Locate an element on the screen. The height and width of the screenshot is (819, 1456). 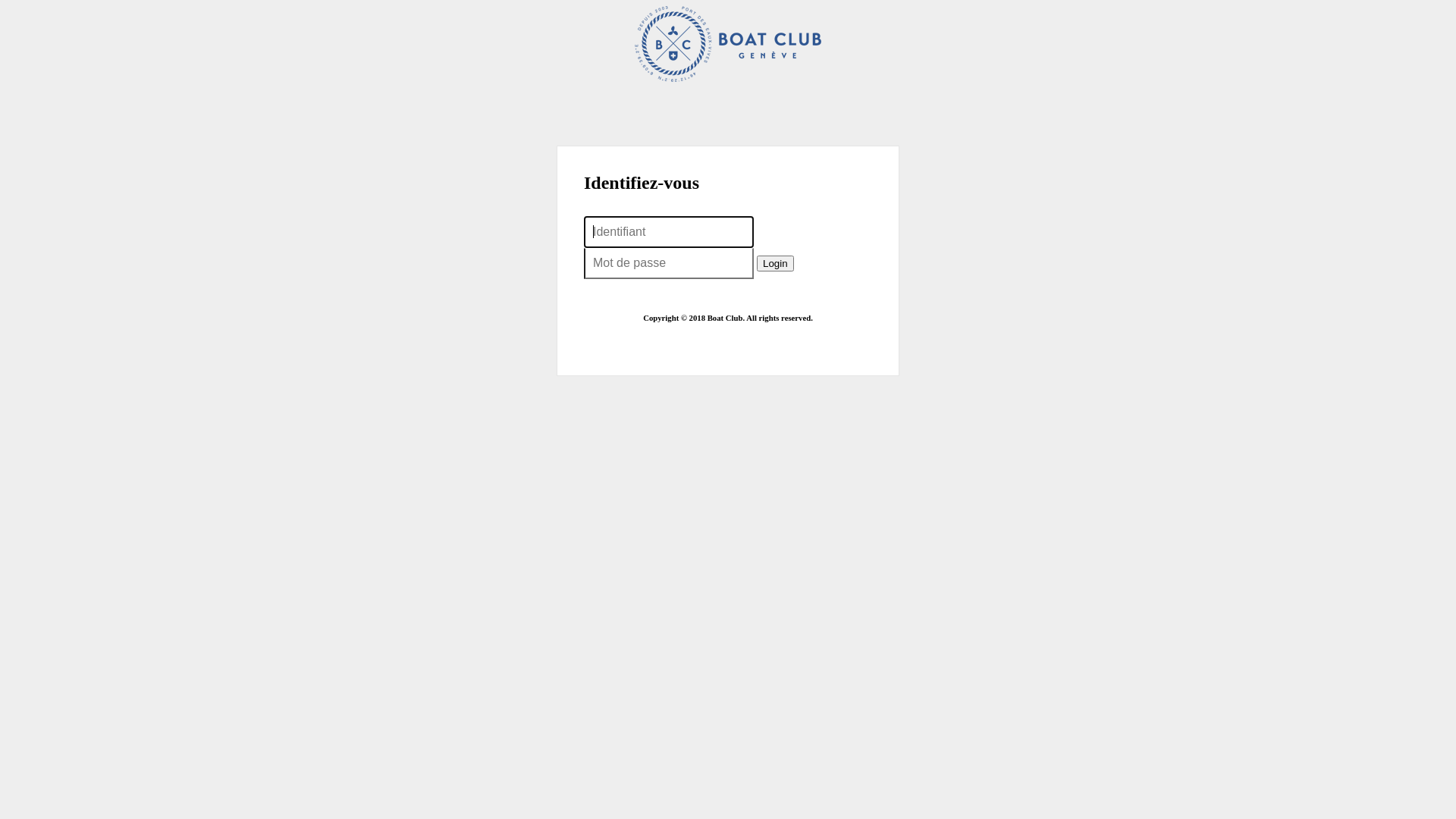
'Login' is located at coordinates (775, 262).